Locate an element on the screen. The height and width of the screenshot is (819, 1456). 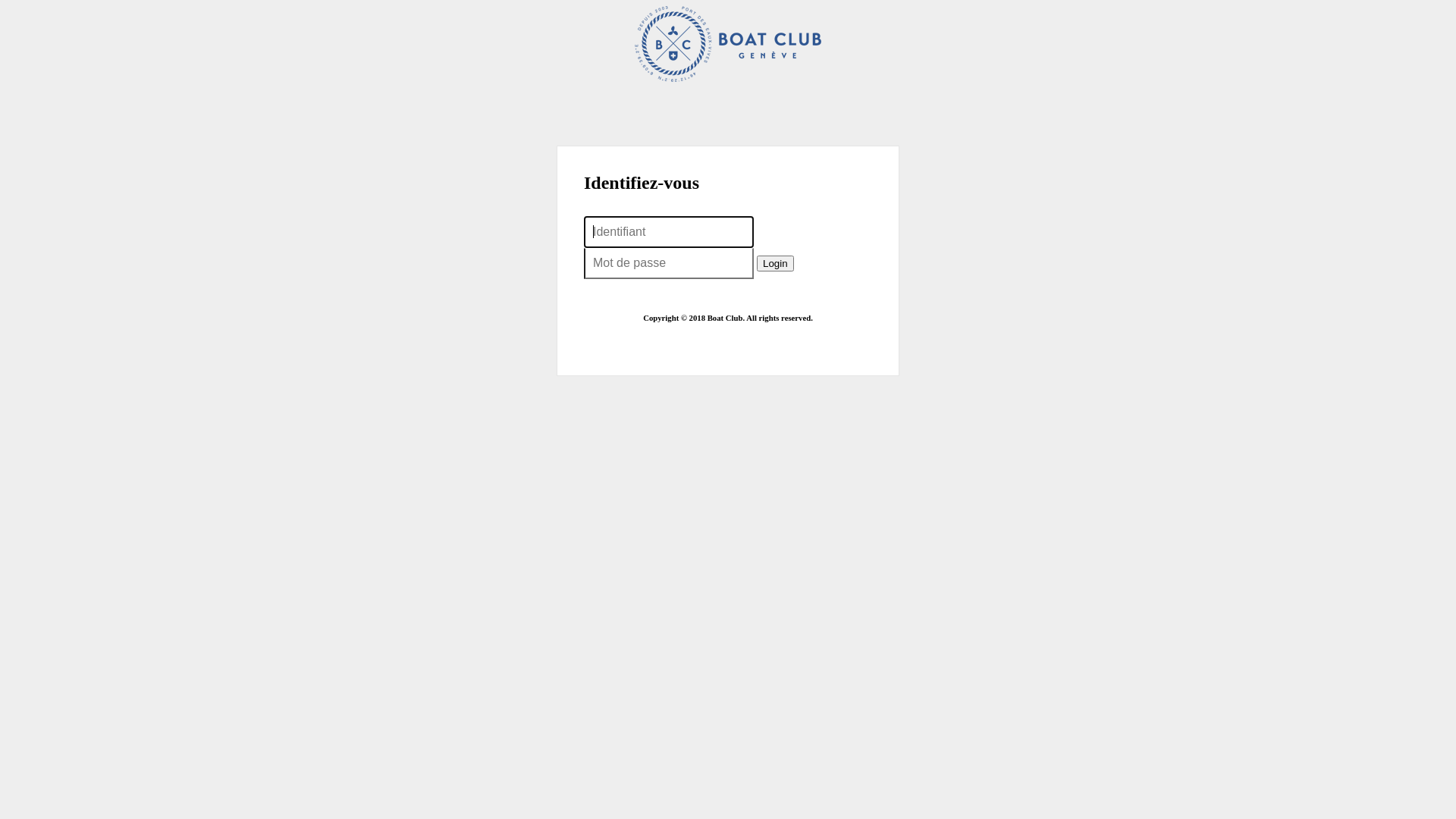
'Login' is located at coordinates (775, 262).